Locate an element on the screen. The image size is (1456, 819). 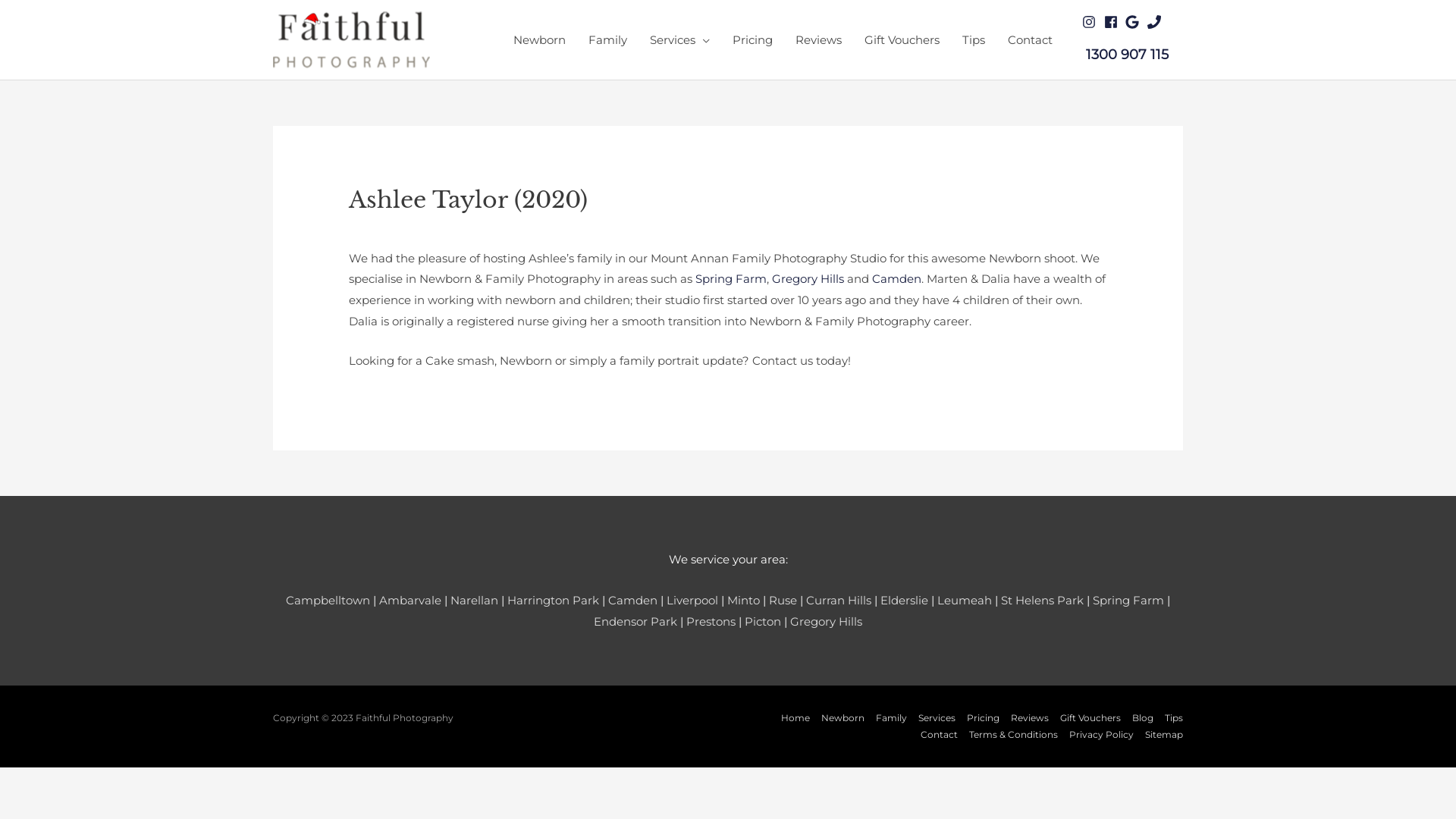
'Ambarvale' is located at coordinates (410, 599).